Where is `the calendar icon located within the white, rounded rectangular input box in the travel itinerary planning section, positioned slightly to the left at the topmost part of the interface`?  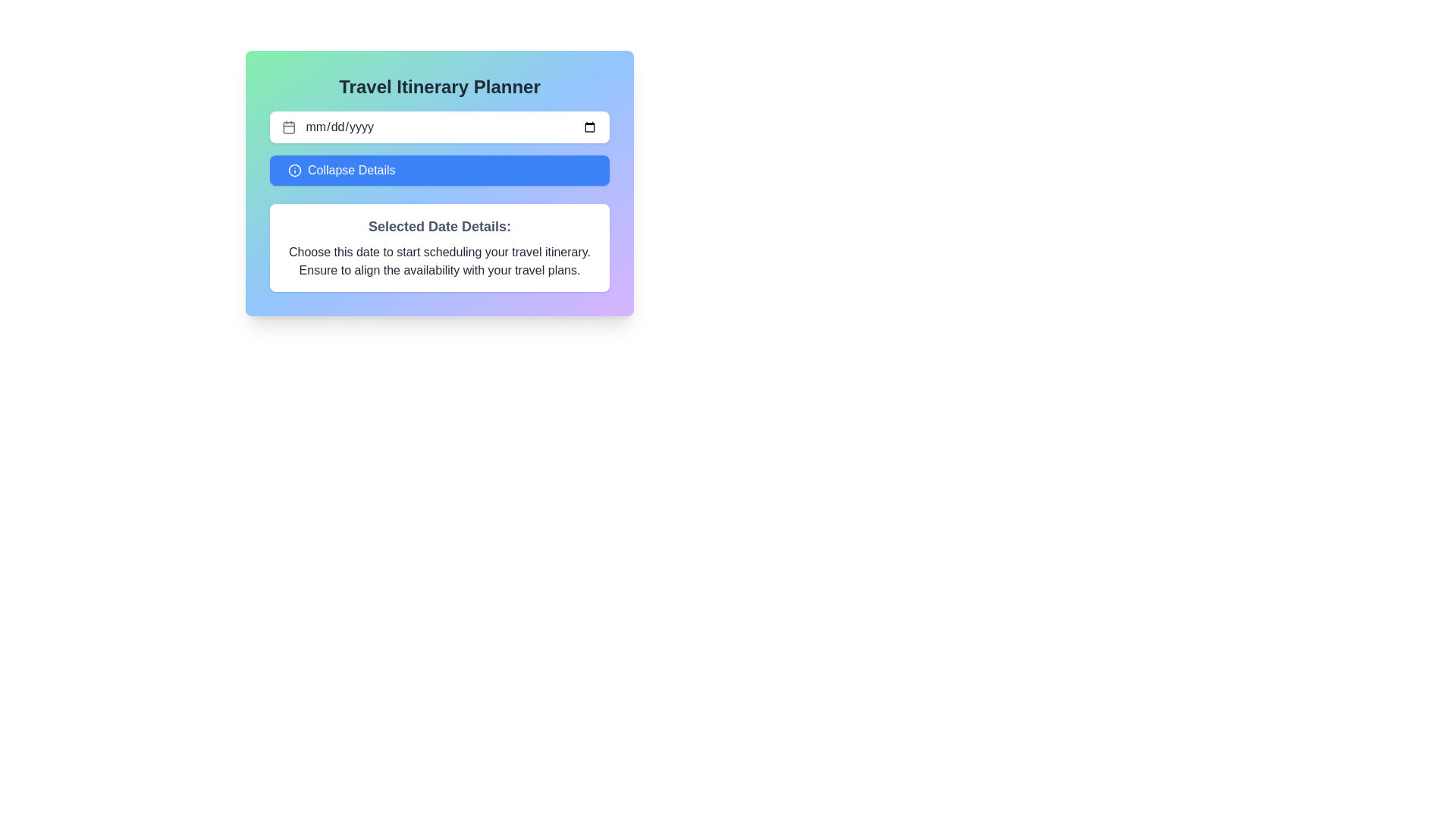
the calendar icon located within the white, rounded rectangular input box in the travel itinerary planning section, positioned slightly to the left at the topmost part of the interface is located at coordinates (289, 127).